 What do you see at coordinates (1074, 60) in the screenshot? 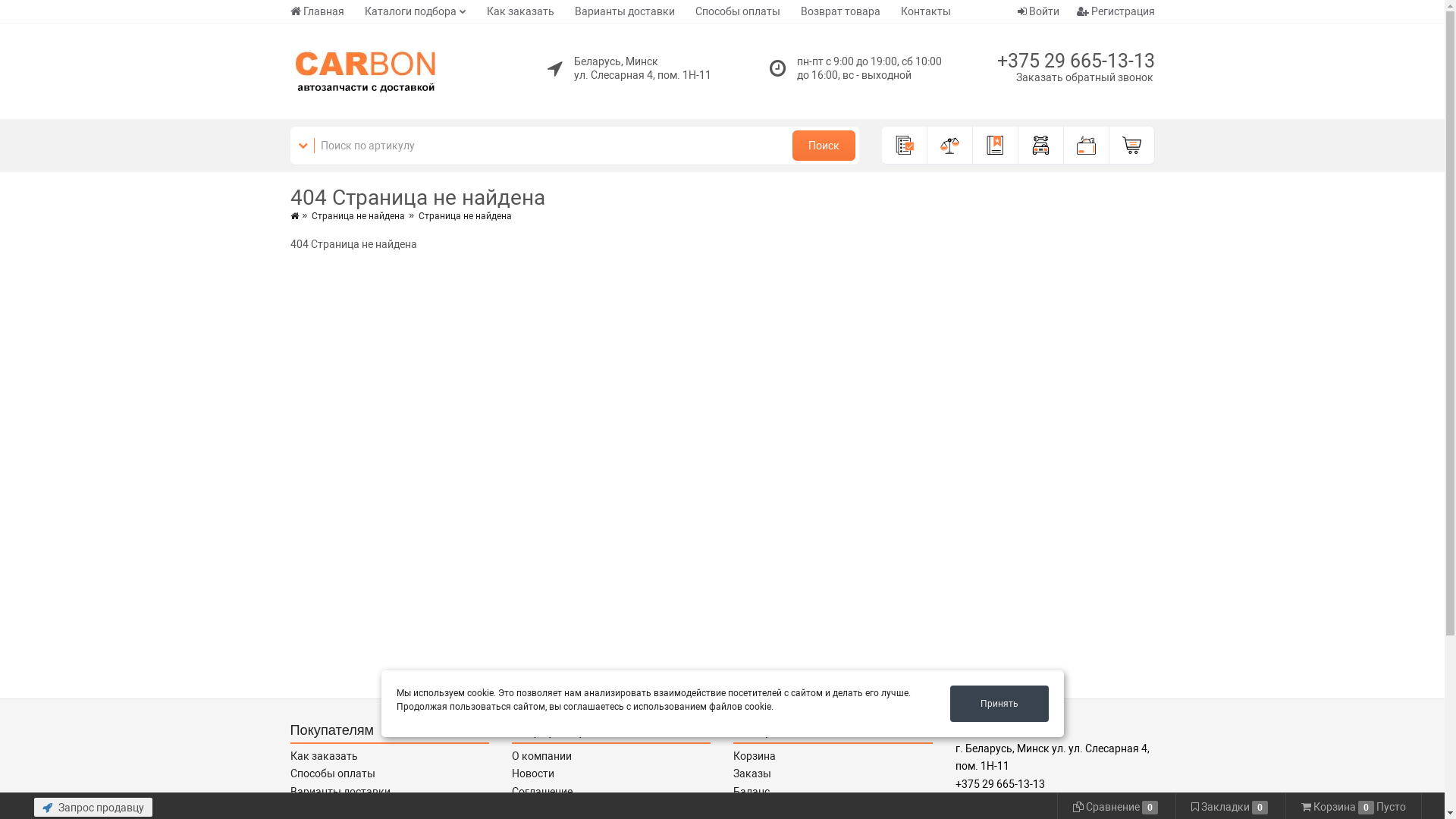
I see `'+375 29 665-13-13'` at bounding box center [1074, 60].